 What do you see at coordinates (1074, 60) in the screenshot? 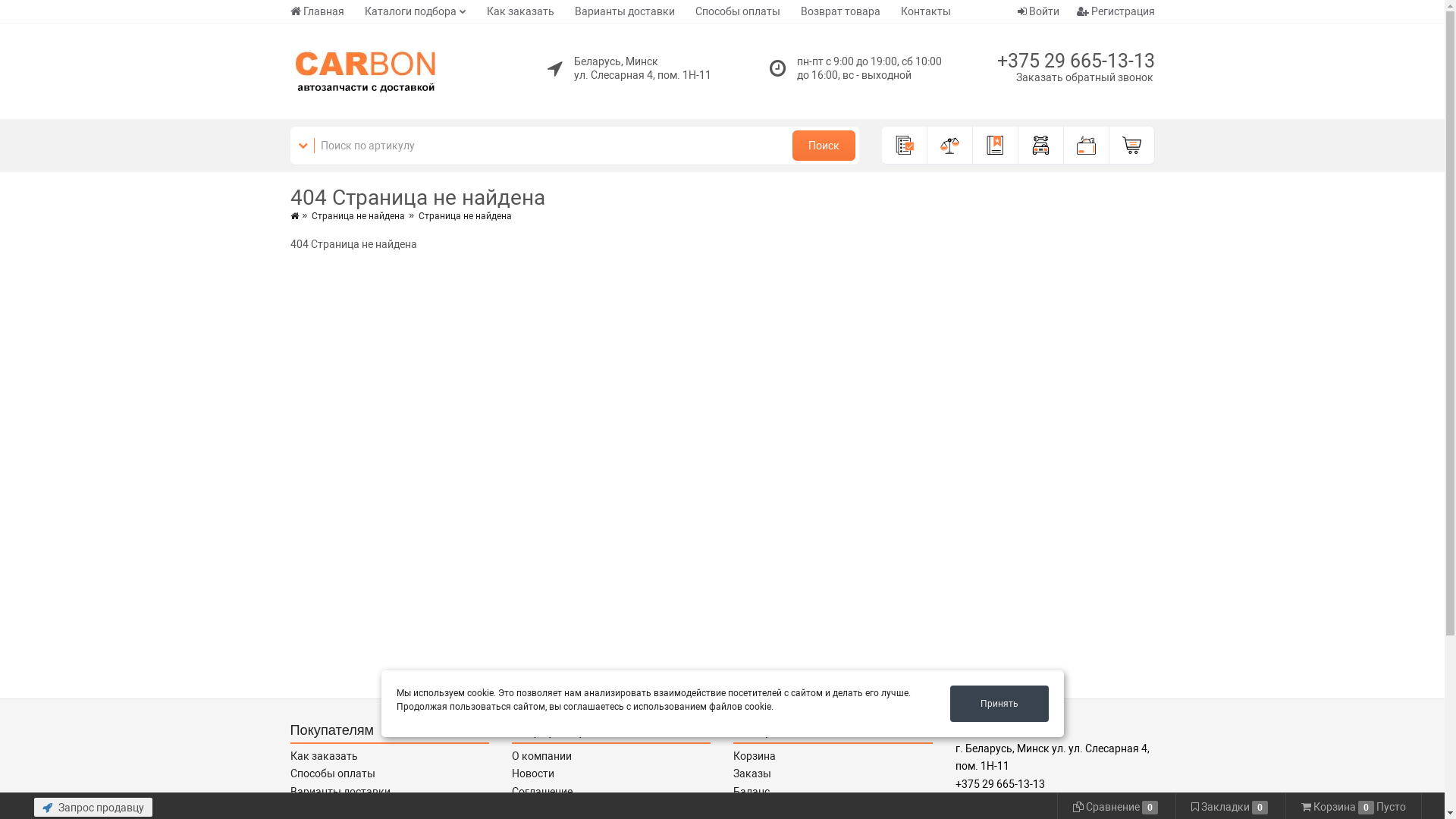
I see `'+375 29 665-13-13'` at bounding box center [1074, 60].